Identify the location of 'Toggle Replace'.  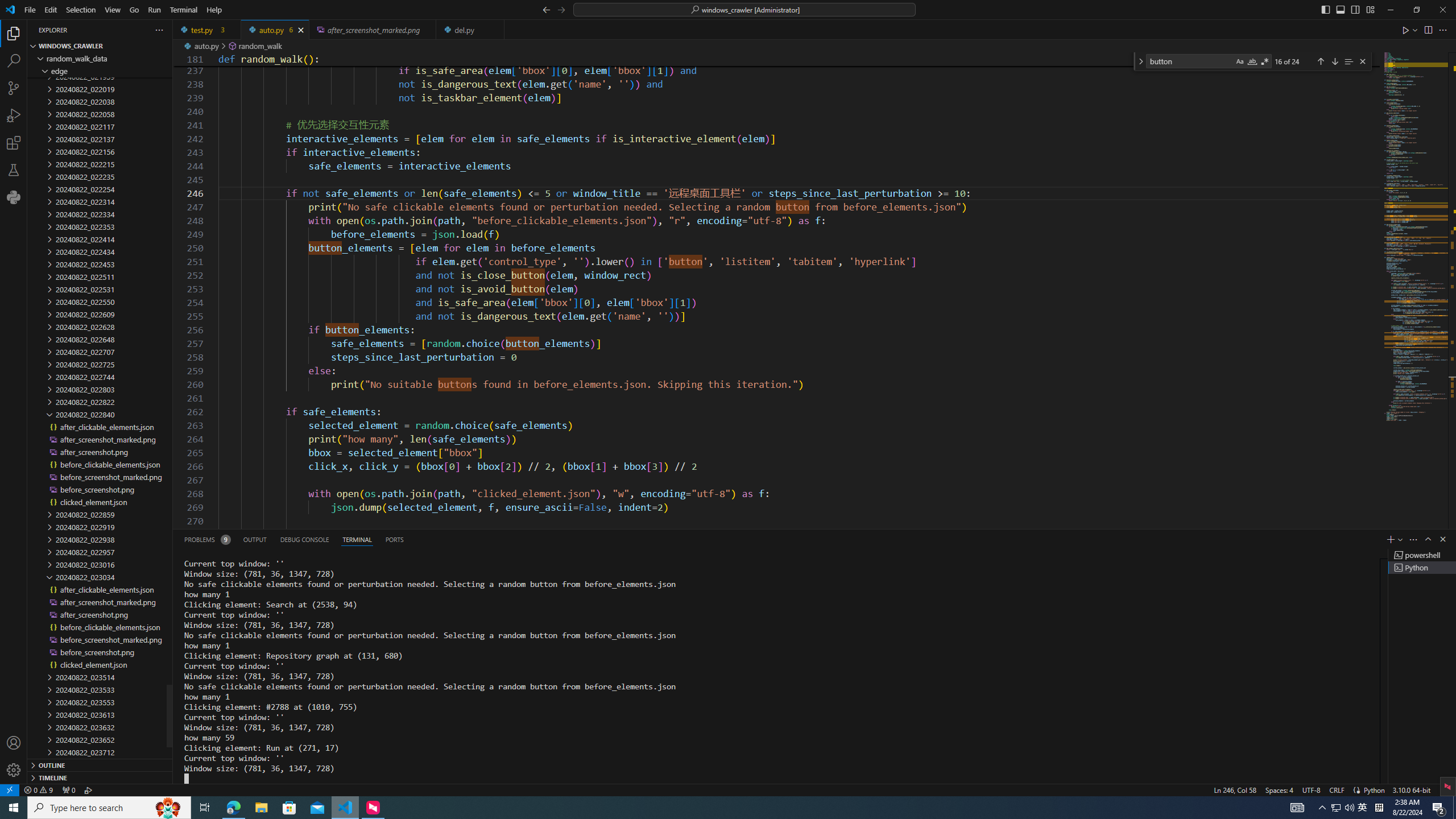
(1140, 61).